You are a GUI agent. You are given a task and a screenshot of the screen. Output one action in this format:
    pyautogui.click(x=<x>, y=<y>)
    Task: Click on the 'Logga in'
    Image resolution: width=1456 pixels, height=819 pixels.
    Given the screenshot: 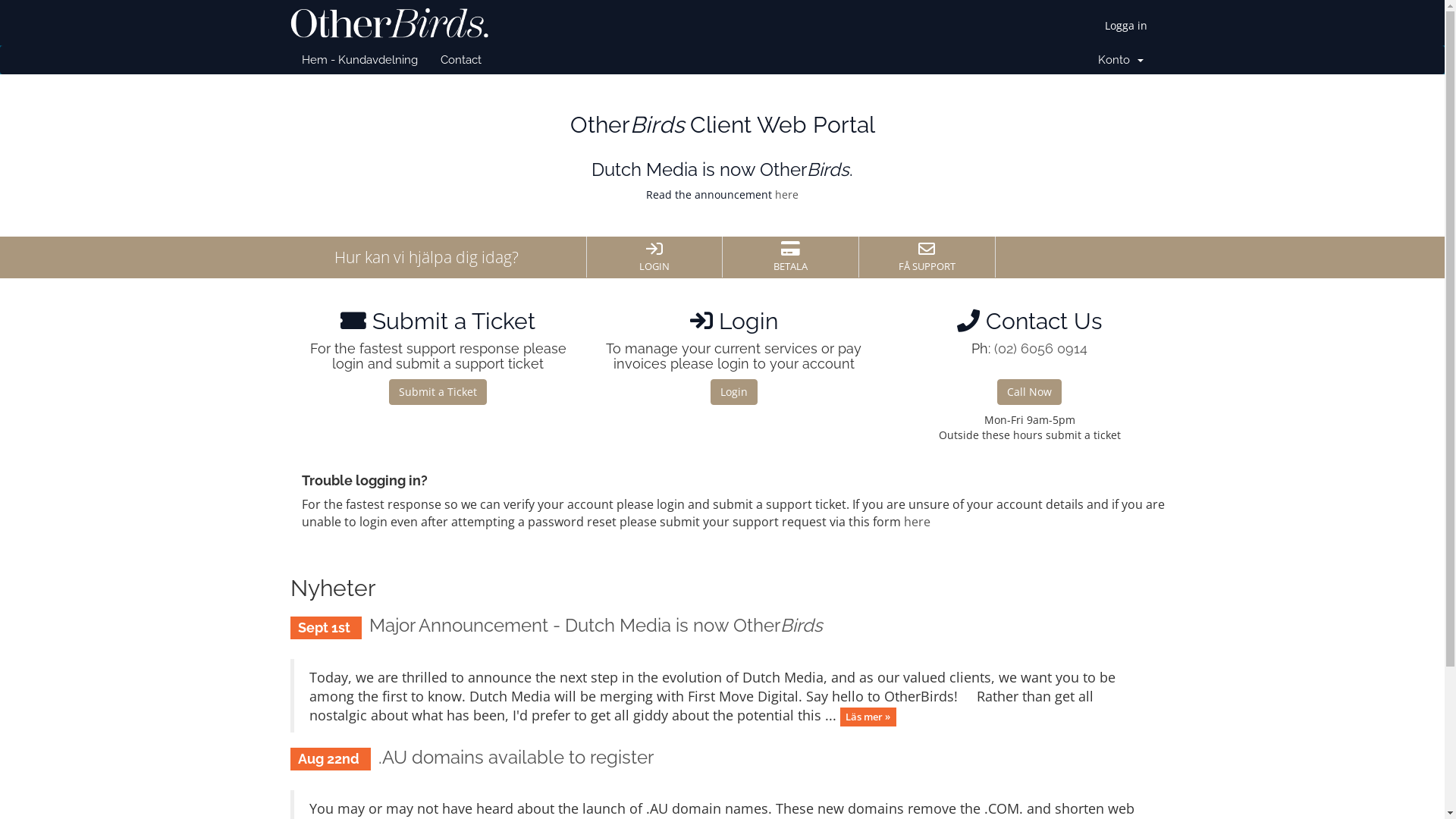 What is the action you would take?
    pyautogui.click(x=1125, y=26)
    